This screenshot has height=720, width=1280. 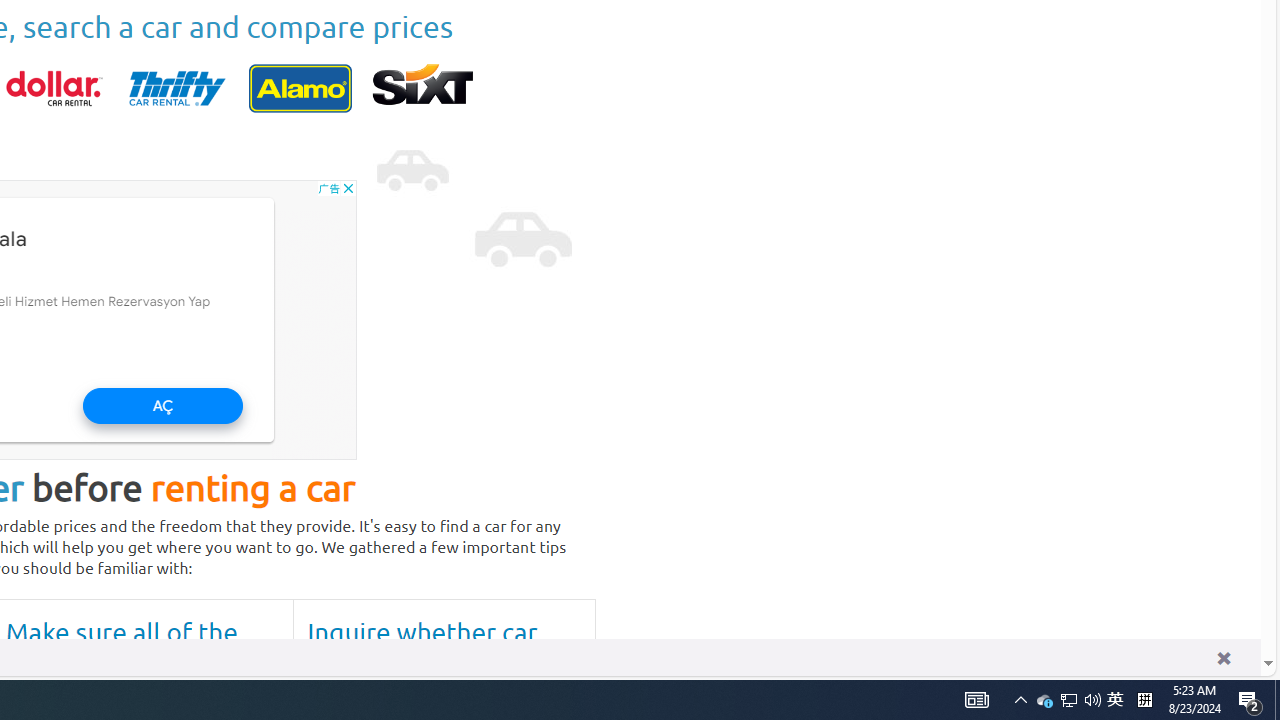 What do you see at coordinates (422, 87) in the screenshot?
I see `'sixt'` at bounding box center [422, 87].